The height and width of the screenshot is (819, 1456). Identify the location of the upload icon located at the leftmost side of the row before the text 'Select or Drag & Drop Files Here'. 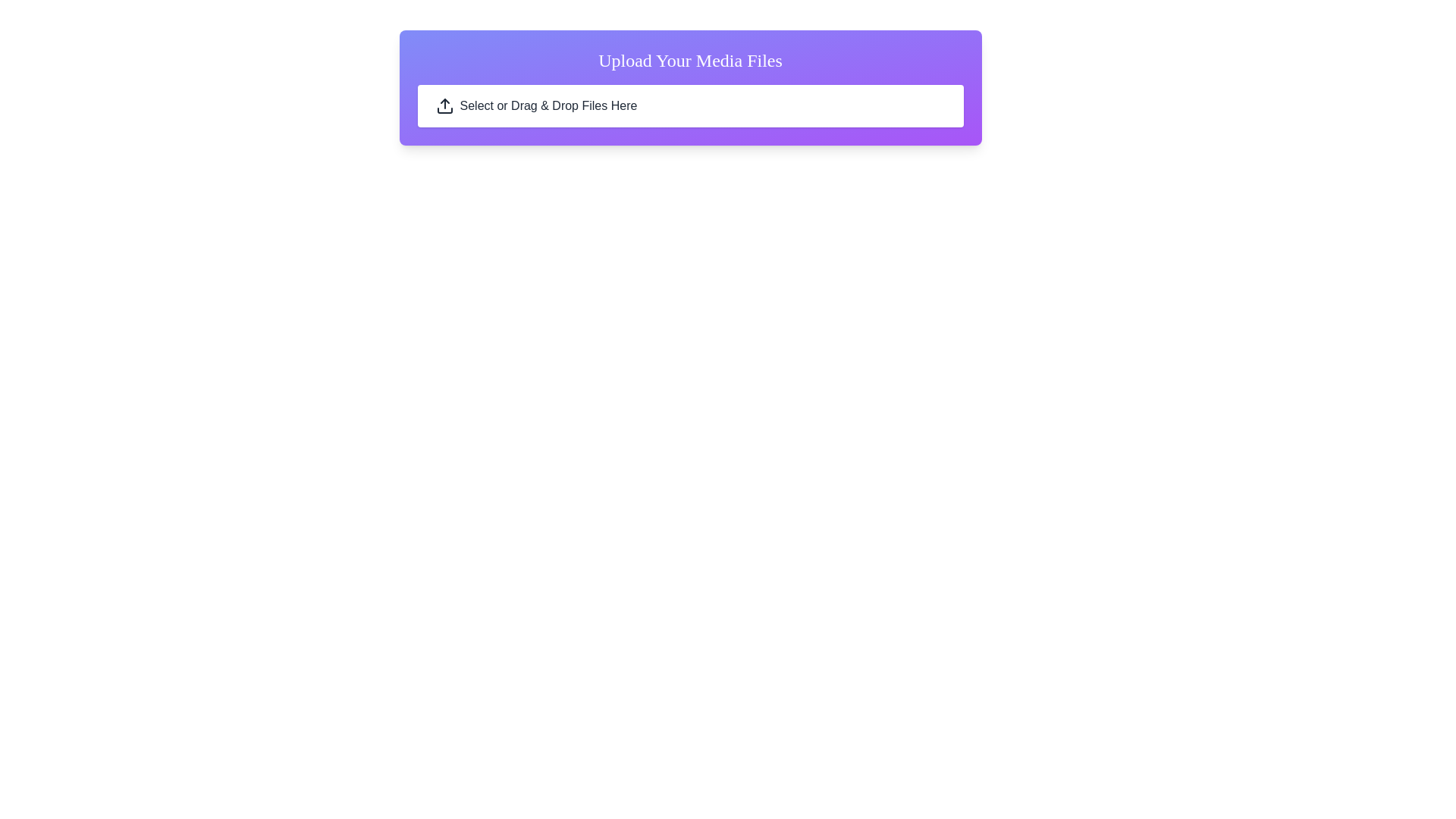
(444, 105).